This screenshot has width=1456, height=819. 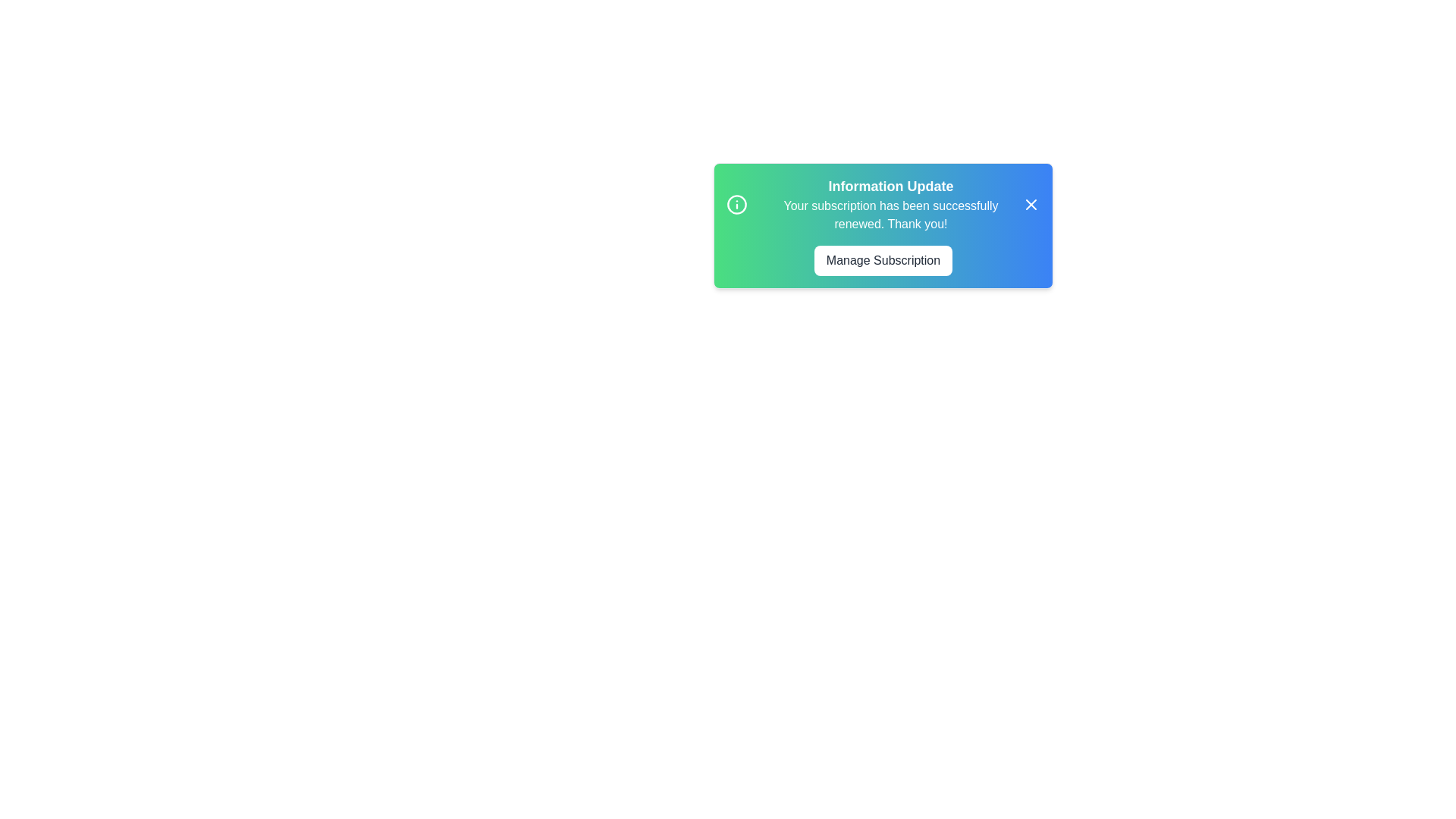 What do you see at coordinates (736, 205) in the screenshot?
I see `the information icon to understand its purpose` at bounding box center [736, 205].